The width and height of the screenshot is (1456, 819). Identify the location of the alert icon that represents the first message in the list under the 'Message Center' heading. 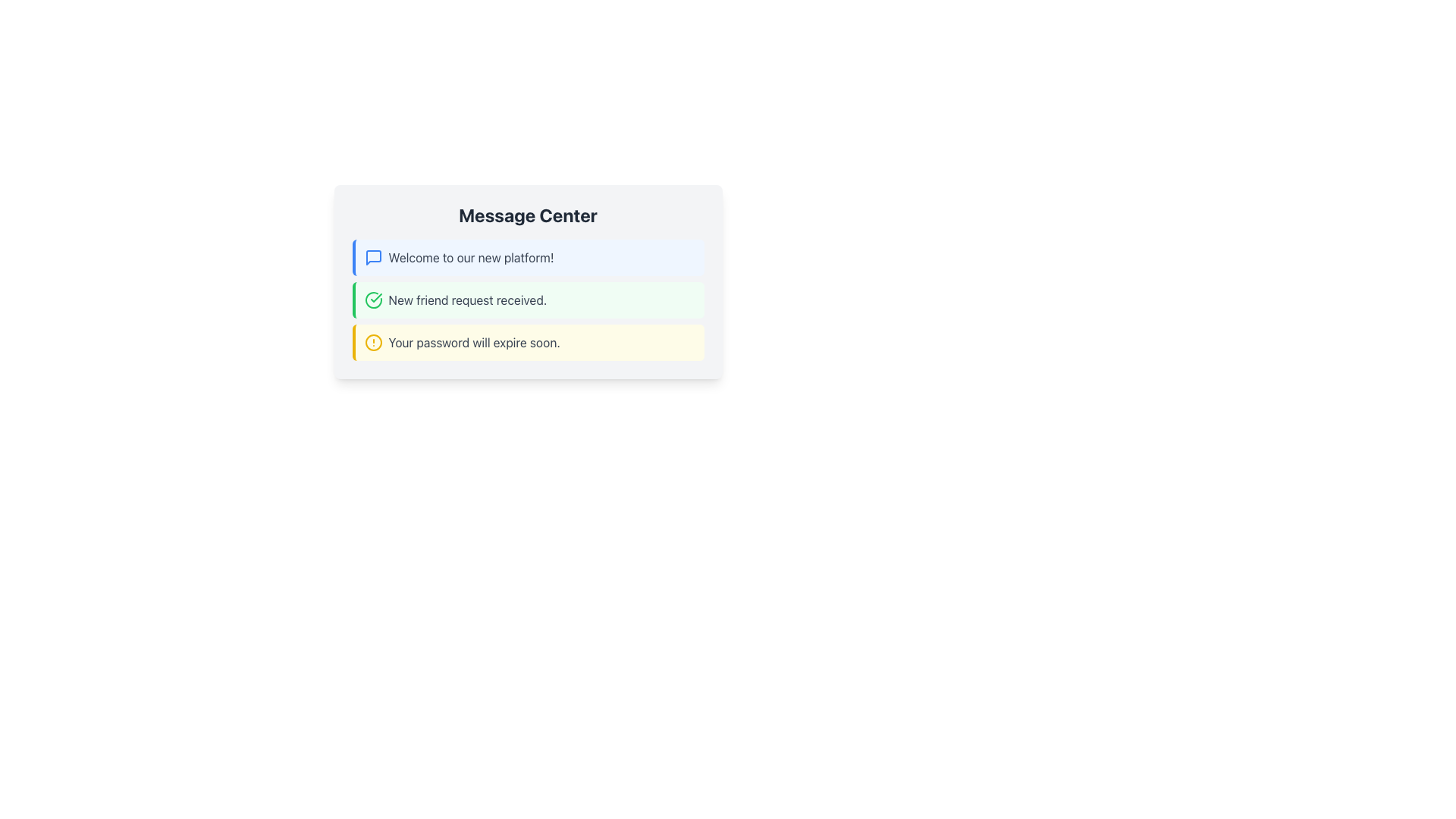
(373, 256).